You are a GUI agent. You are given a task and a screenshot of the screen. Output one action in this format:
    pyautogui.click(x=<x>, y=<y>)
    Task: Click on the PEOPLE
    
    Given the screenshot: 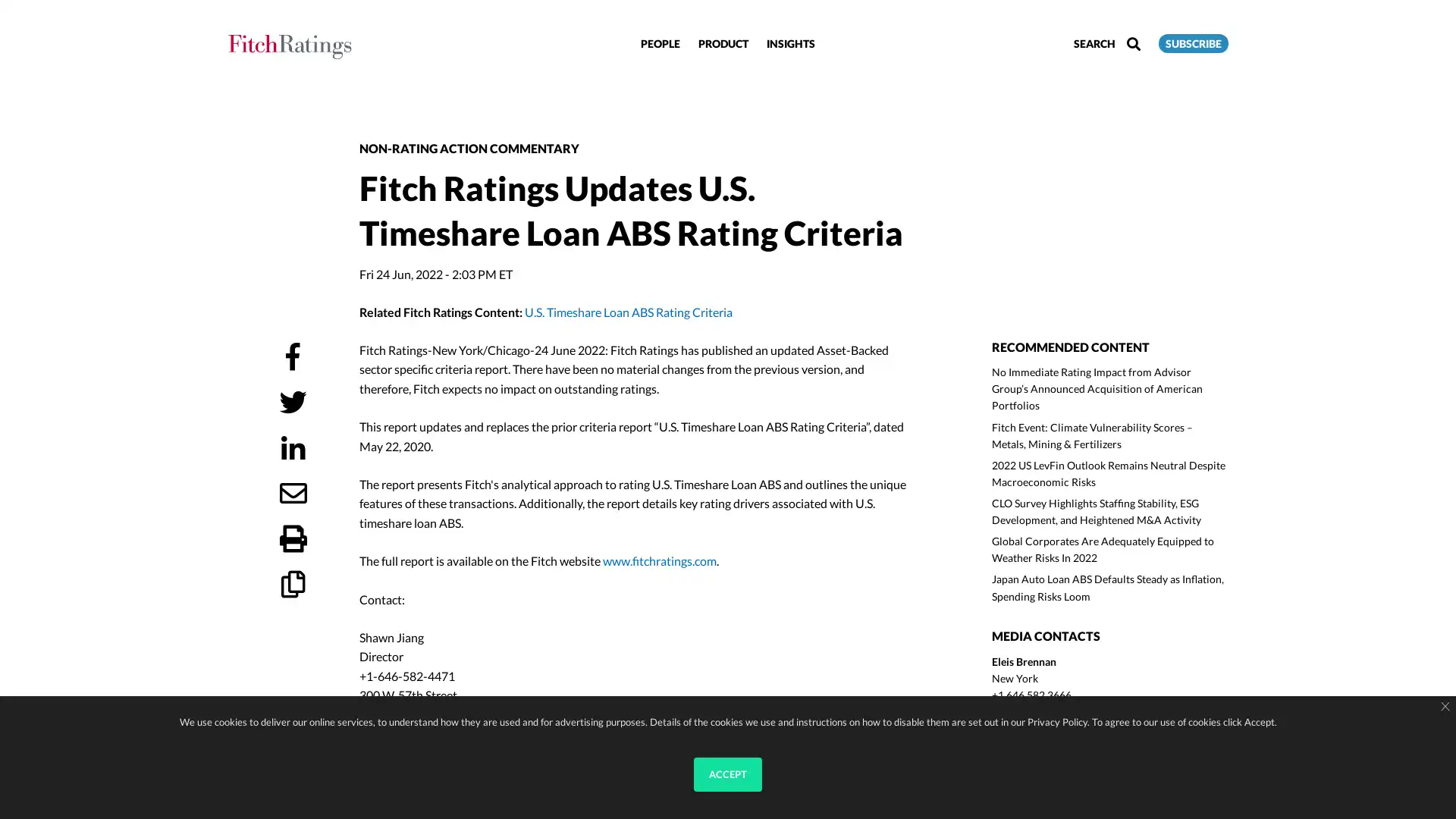 What is the action you would take?
    pyautogui.click(x=660, y=42)
    